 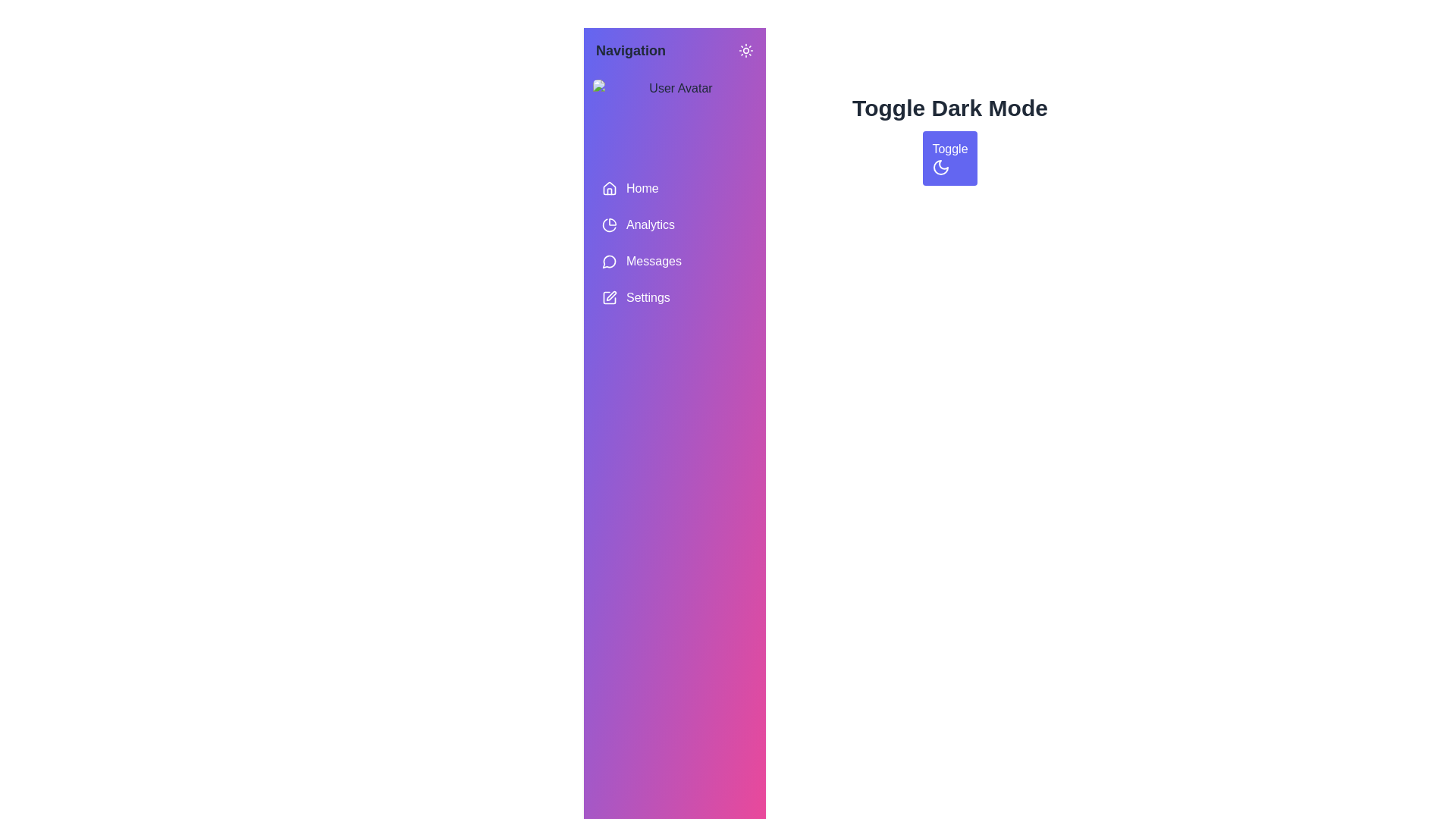 What do you see at coordinates (673, 188) in the screenshot?
I see `the Home navigation item in the sidebar` at bounding box center [673, 188].